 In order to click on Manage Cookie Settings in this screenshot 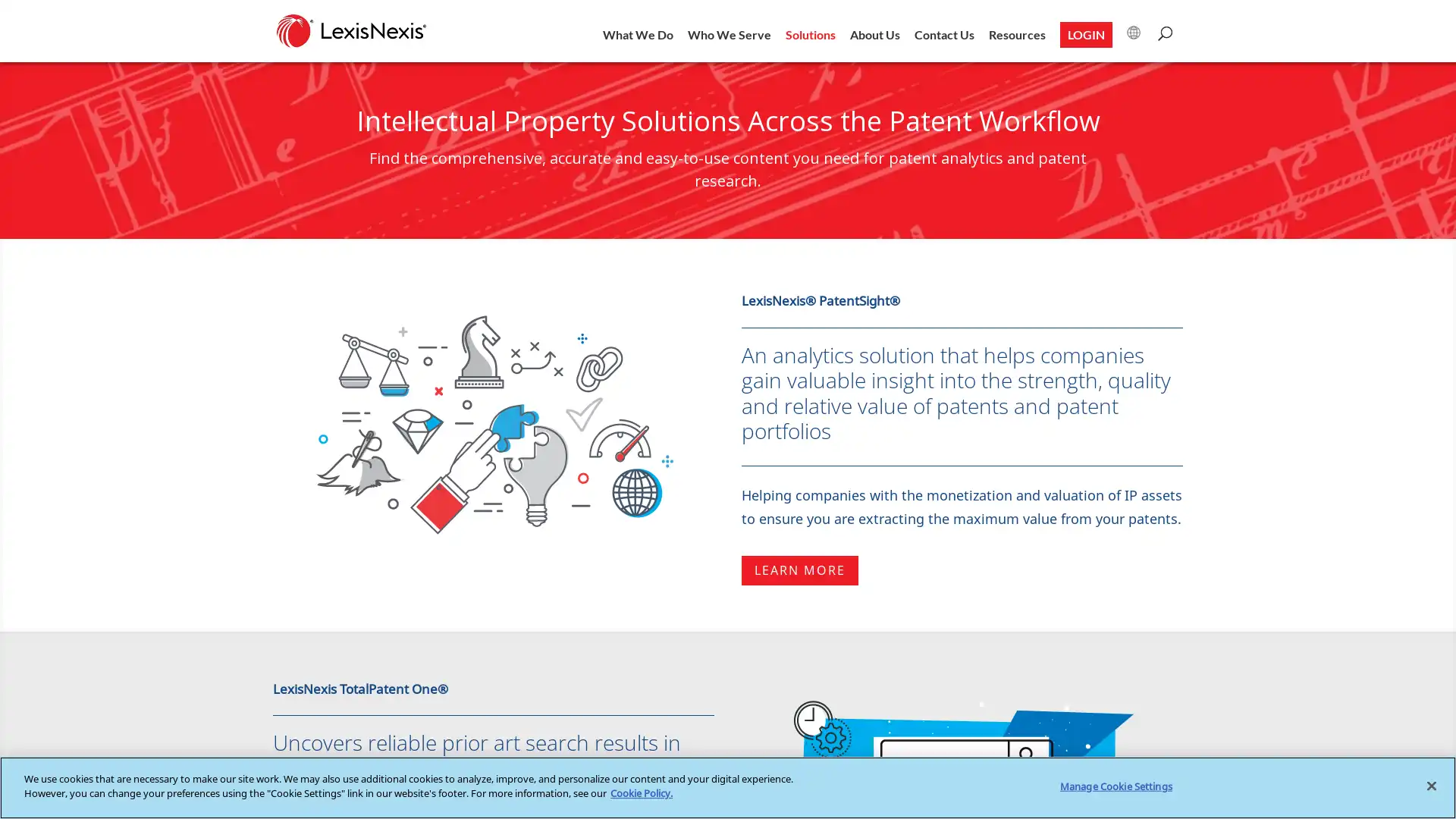, I will do `click(1115, 786)`.